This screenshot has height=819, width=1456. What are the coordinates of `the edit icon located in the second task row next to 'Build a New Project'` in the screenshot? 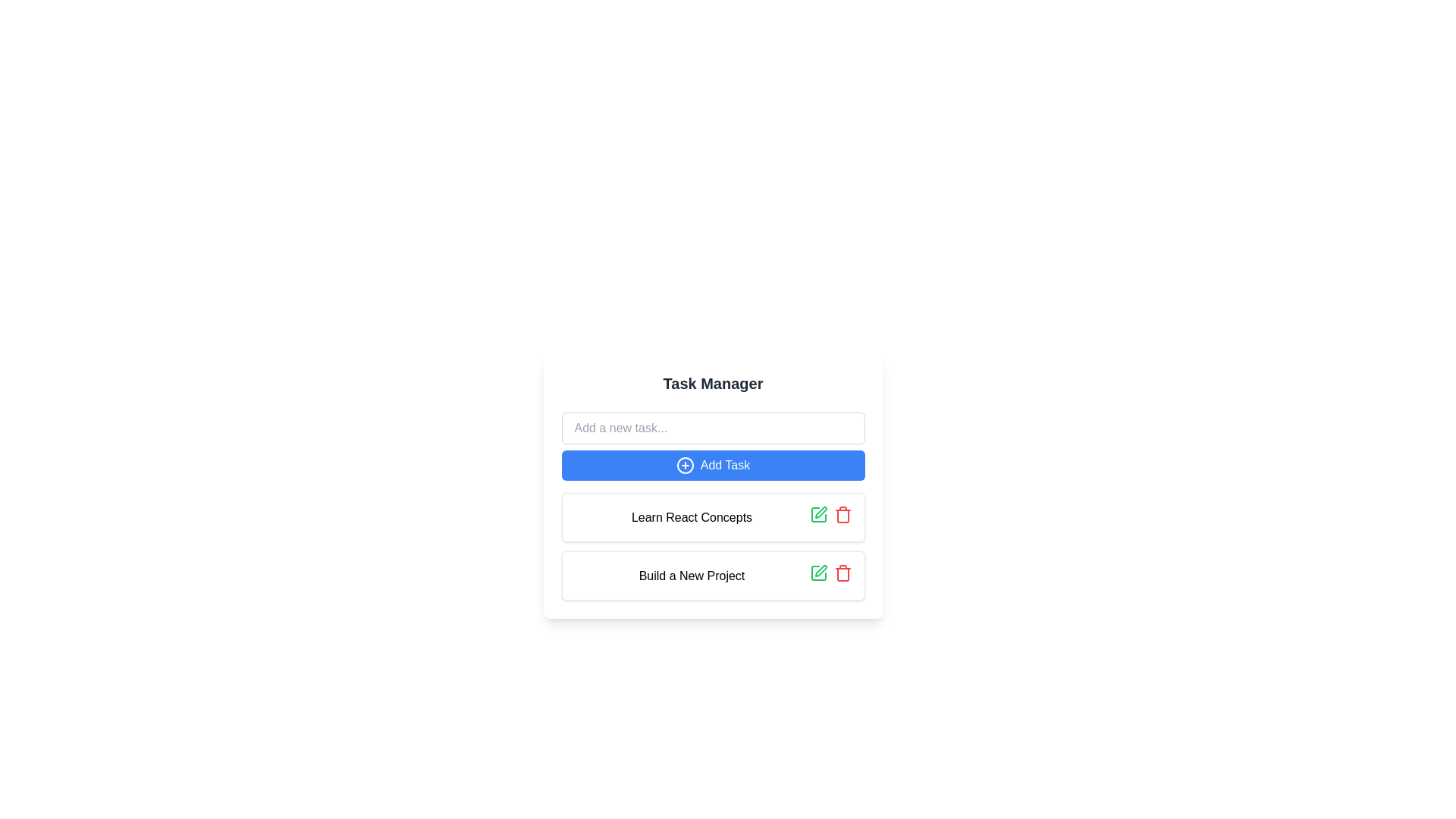 It's located at (817, 513).